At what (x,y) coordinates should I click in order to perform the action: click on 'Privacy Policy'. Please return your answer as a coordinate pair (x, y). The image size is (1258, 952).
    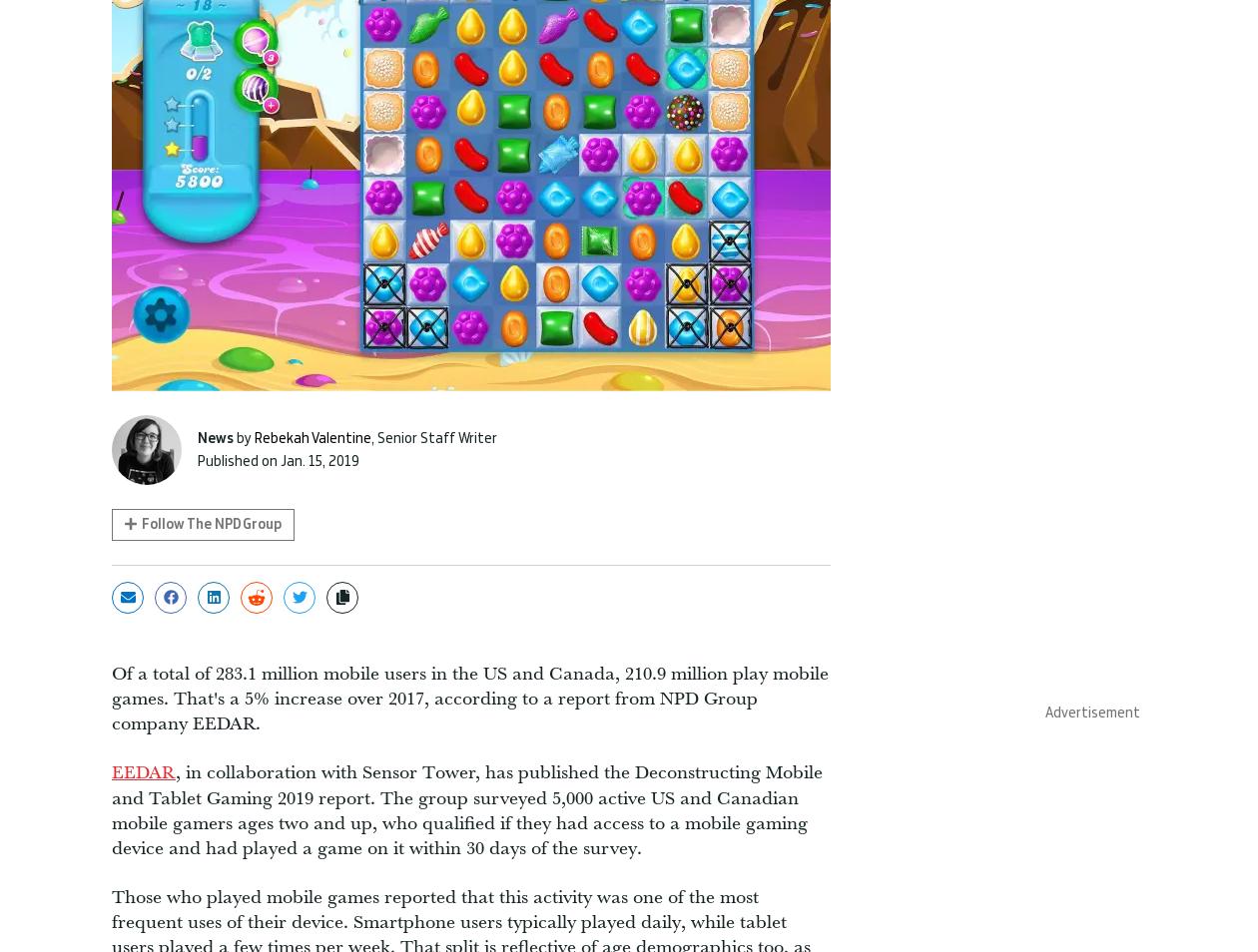
    Looking at the image, I should click on (677, 846).